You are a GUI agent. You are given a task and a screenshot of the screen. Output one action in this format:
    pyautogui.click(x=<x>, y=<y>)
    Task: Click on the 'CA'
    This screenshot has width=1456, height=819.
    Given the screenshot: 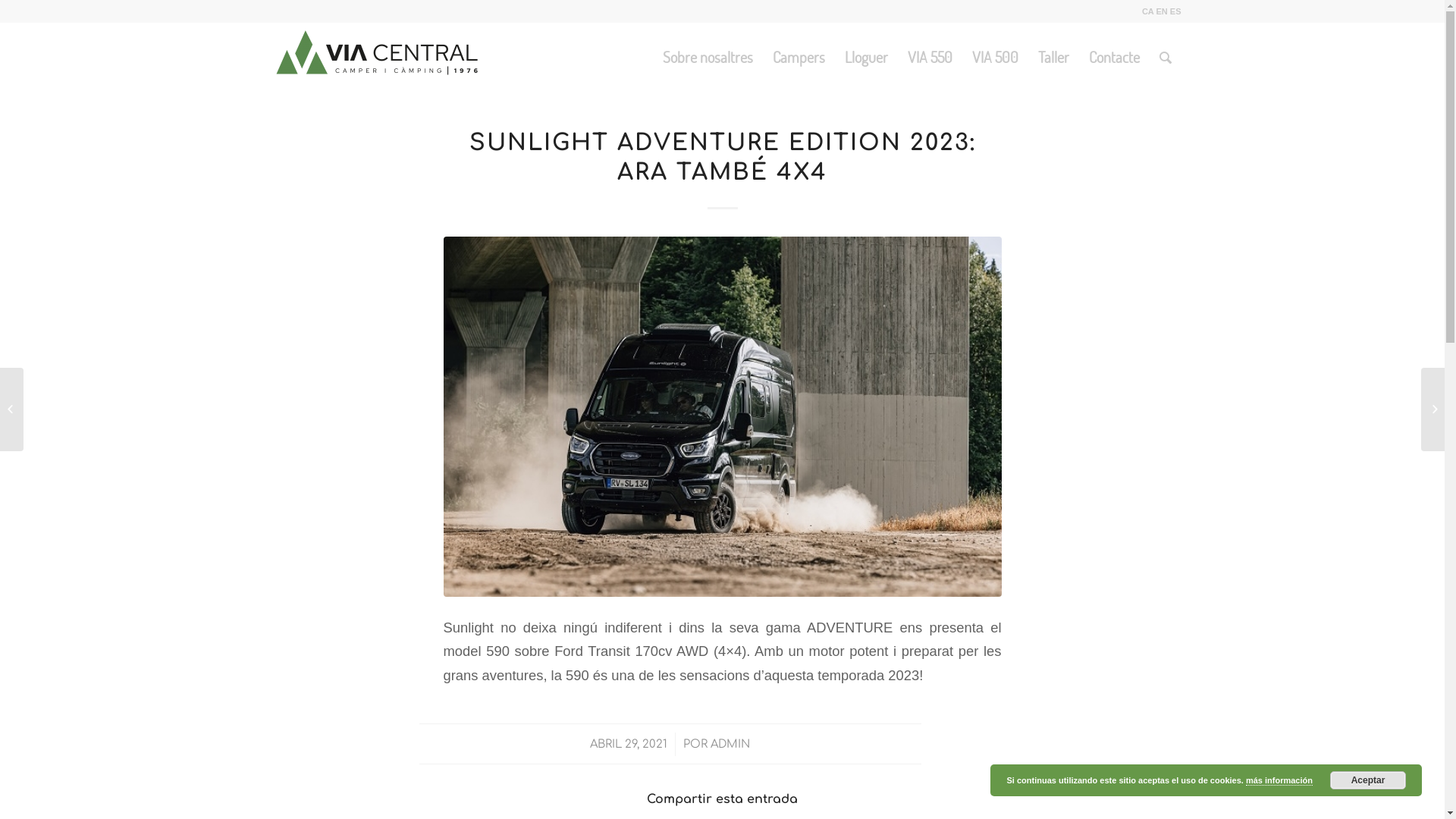 What is the action you would take?
    pyautogui.click(x=1147, y=11)
    